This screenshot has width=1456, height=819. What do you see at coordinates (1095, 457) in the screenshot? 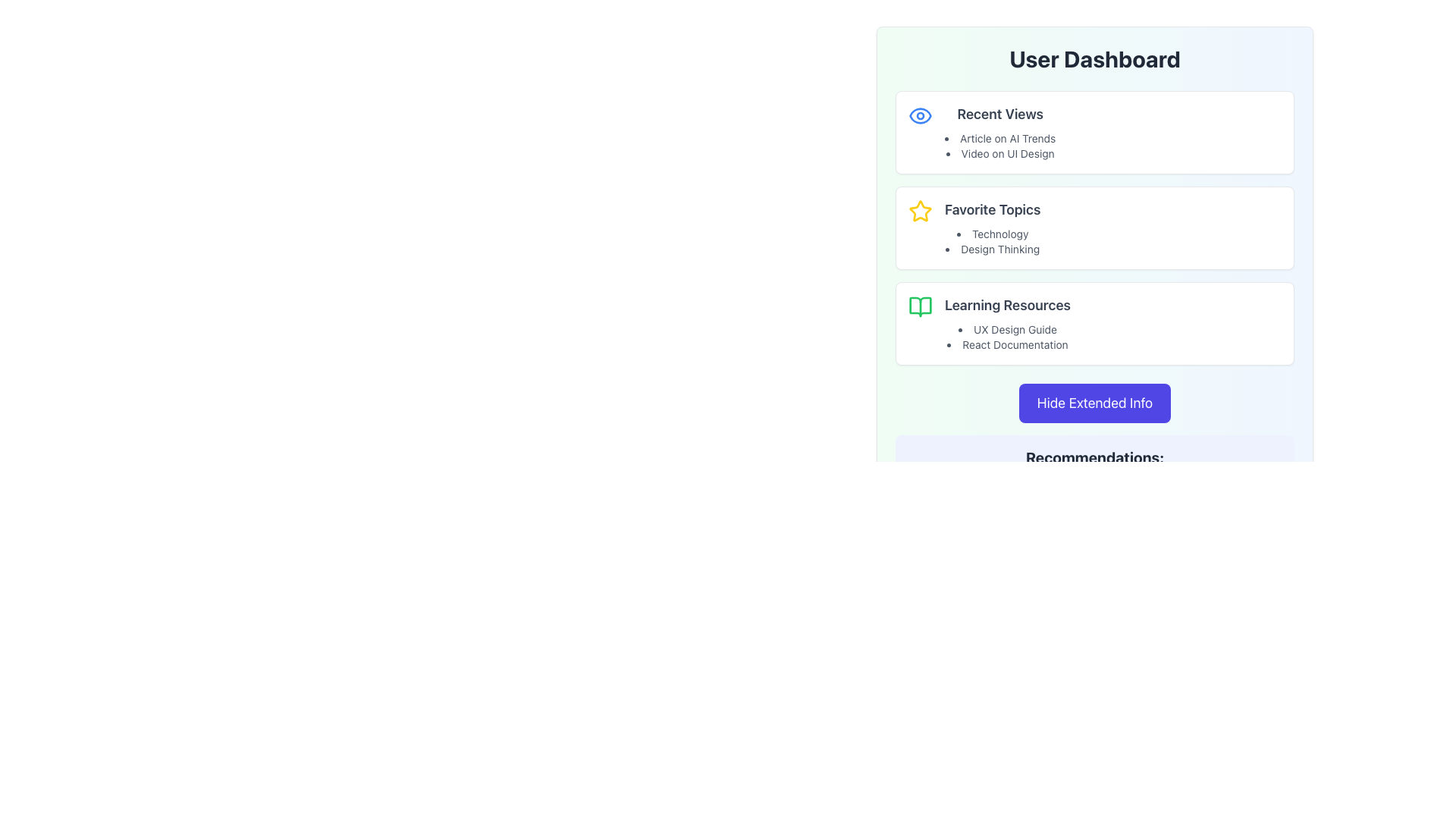
I see `the bold text serving as the title or heading for the recommendation section, which is located within a recommendation card below the 'Hide Extended Info' button` at bounding box center [1095, 457].